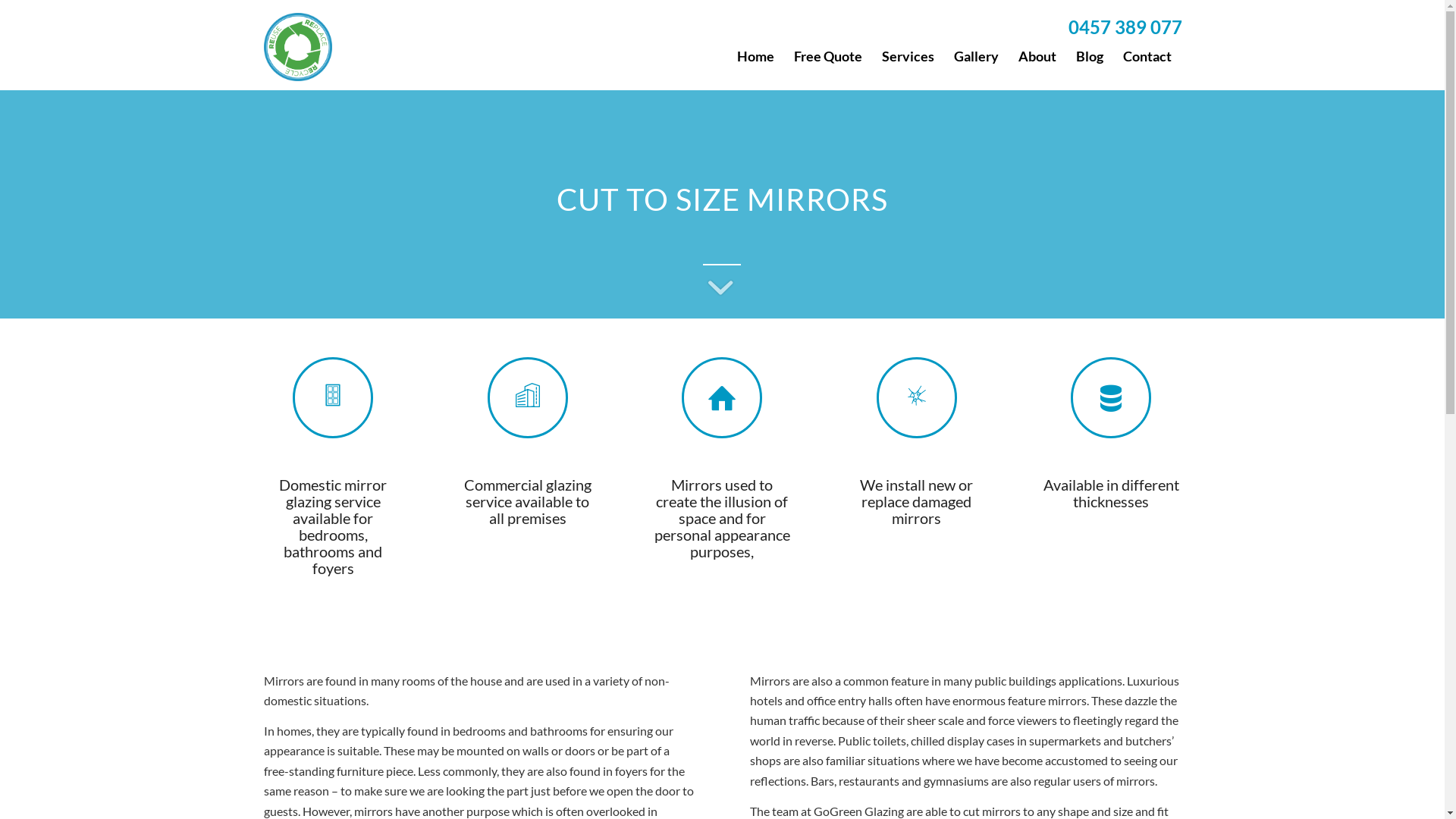 The width and height of the screenshot is (1456, 819). I want to click on 'Free Quote', so click(827, 55).